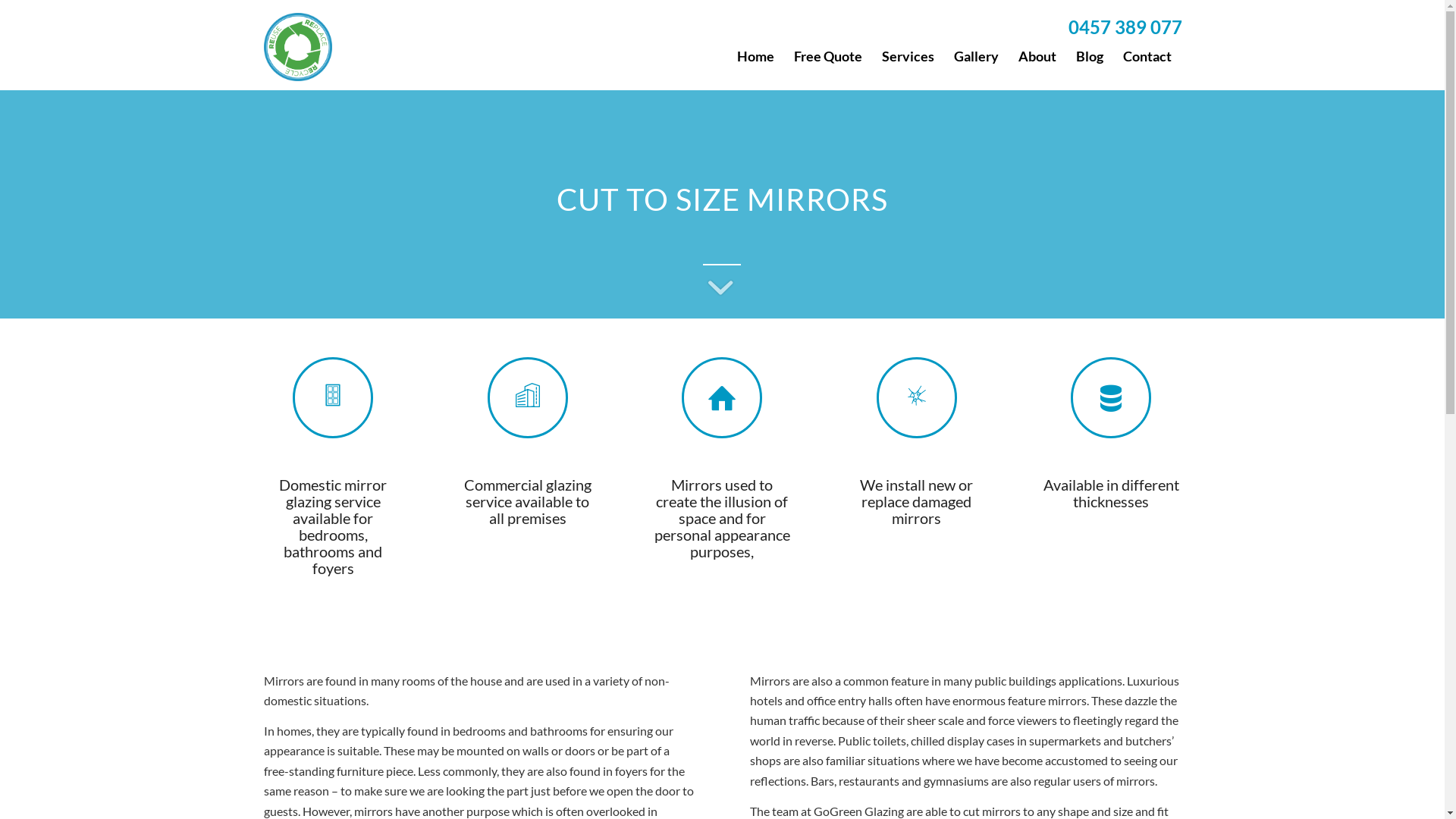 The width and height of the screenshot is (1456, 819). I want to click on 'Free Quote', so click(827, 55).